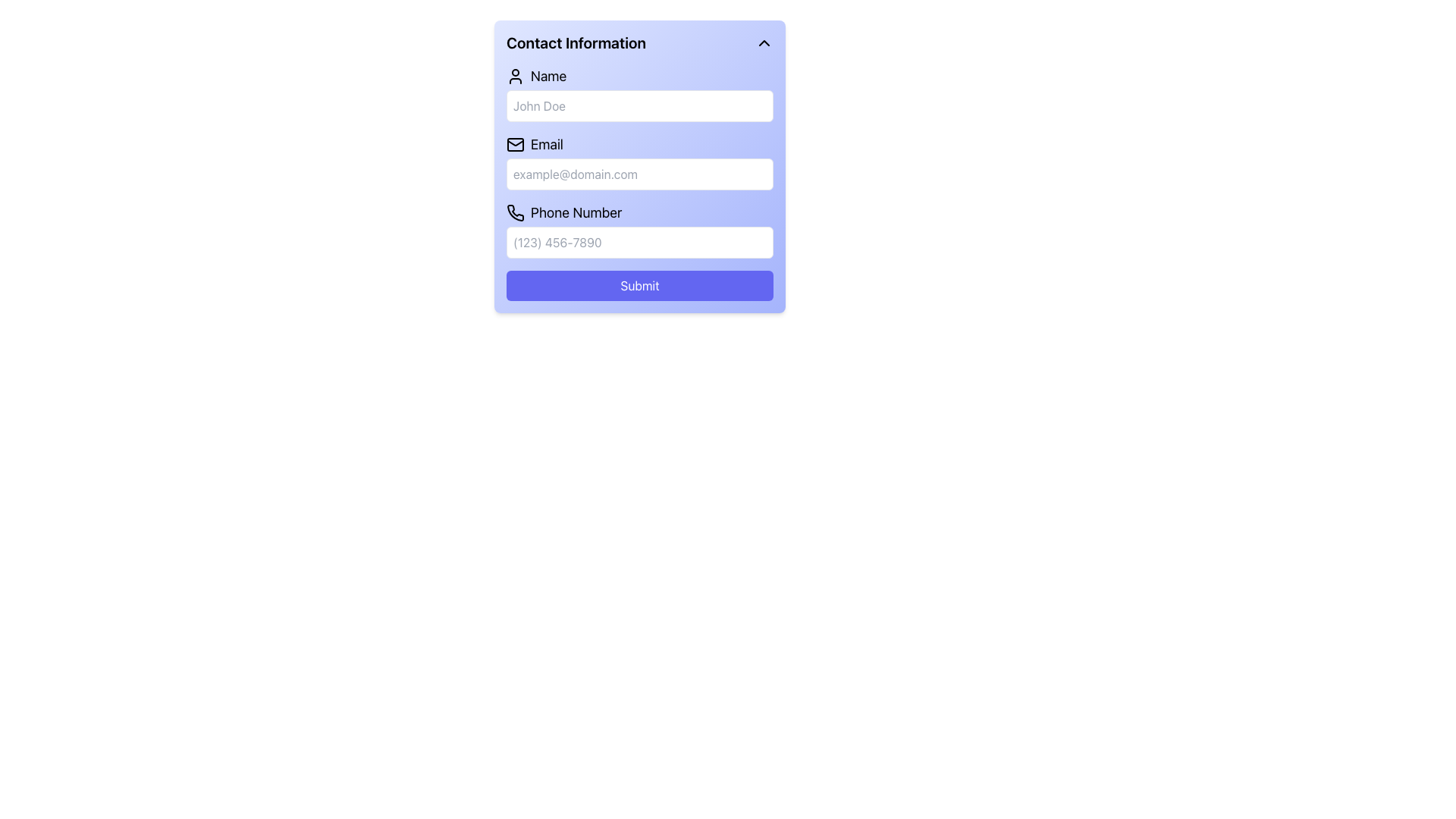 The height and width of the screenshot is (819, 1456). I want to click on the 'Name' input field, so click(640, 93).